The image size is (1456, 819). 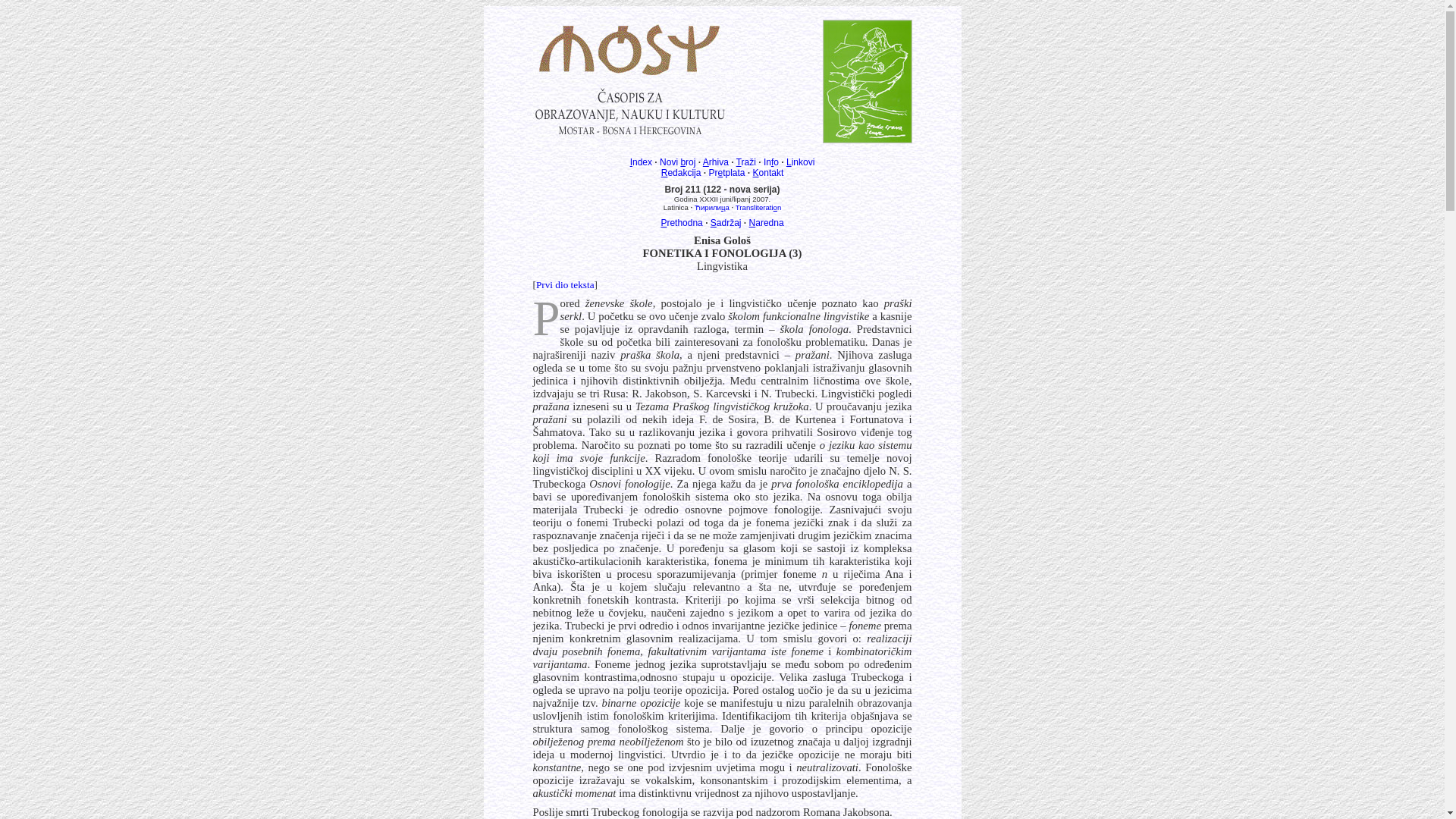 I want to click on 'Naredna', so click(x=767, y=222).